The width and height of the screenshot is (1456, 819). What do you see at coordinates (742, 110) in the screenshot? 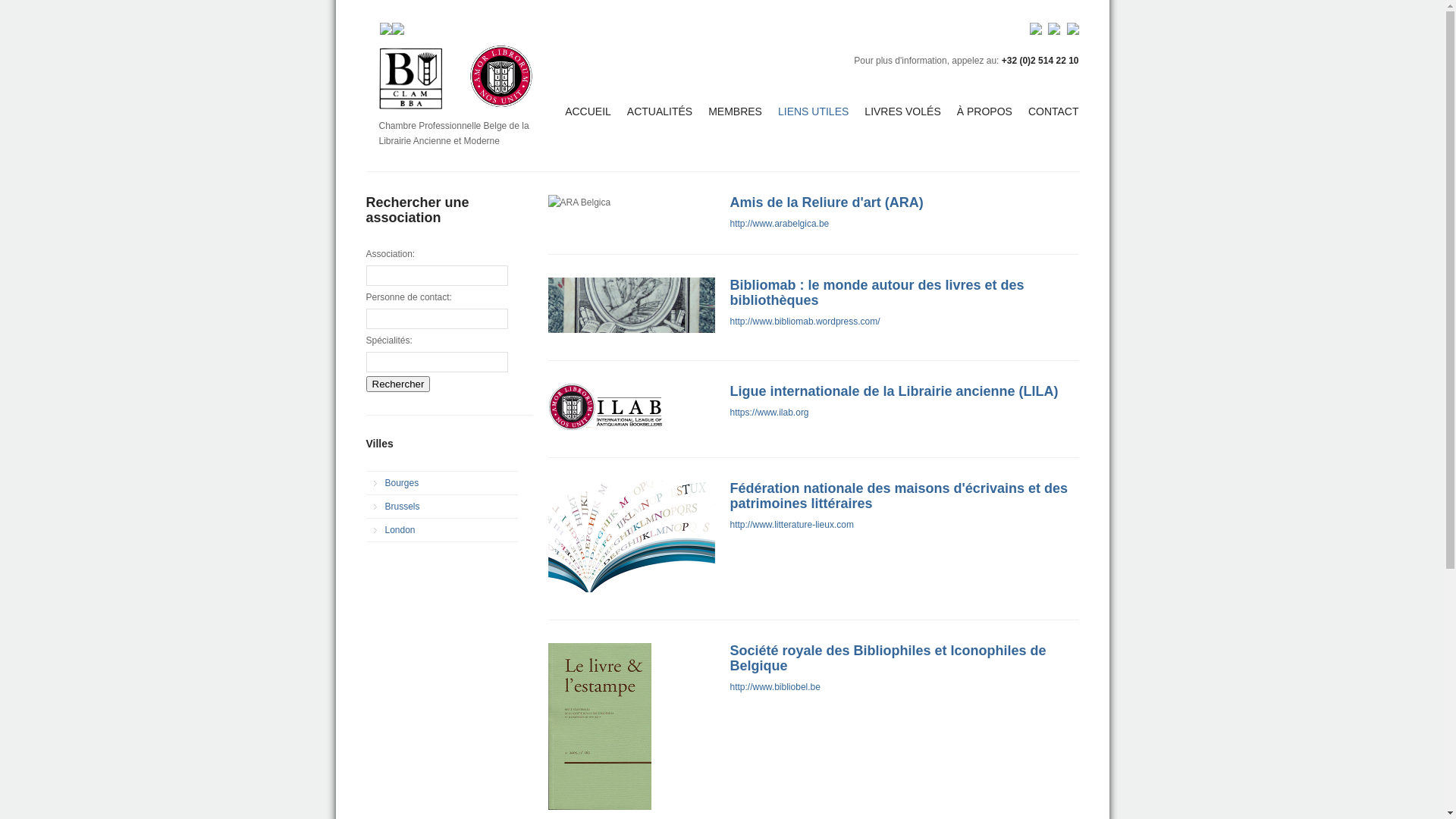
I see `'MEMBRES'` at bounding box center [742, 110].